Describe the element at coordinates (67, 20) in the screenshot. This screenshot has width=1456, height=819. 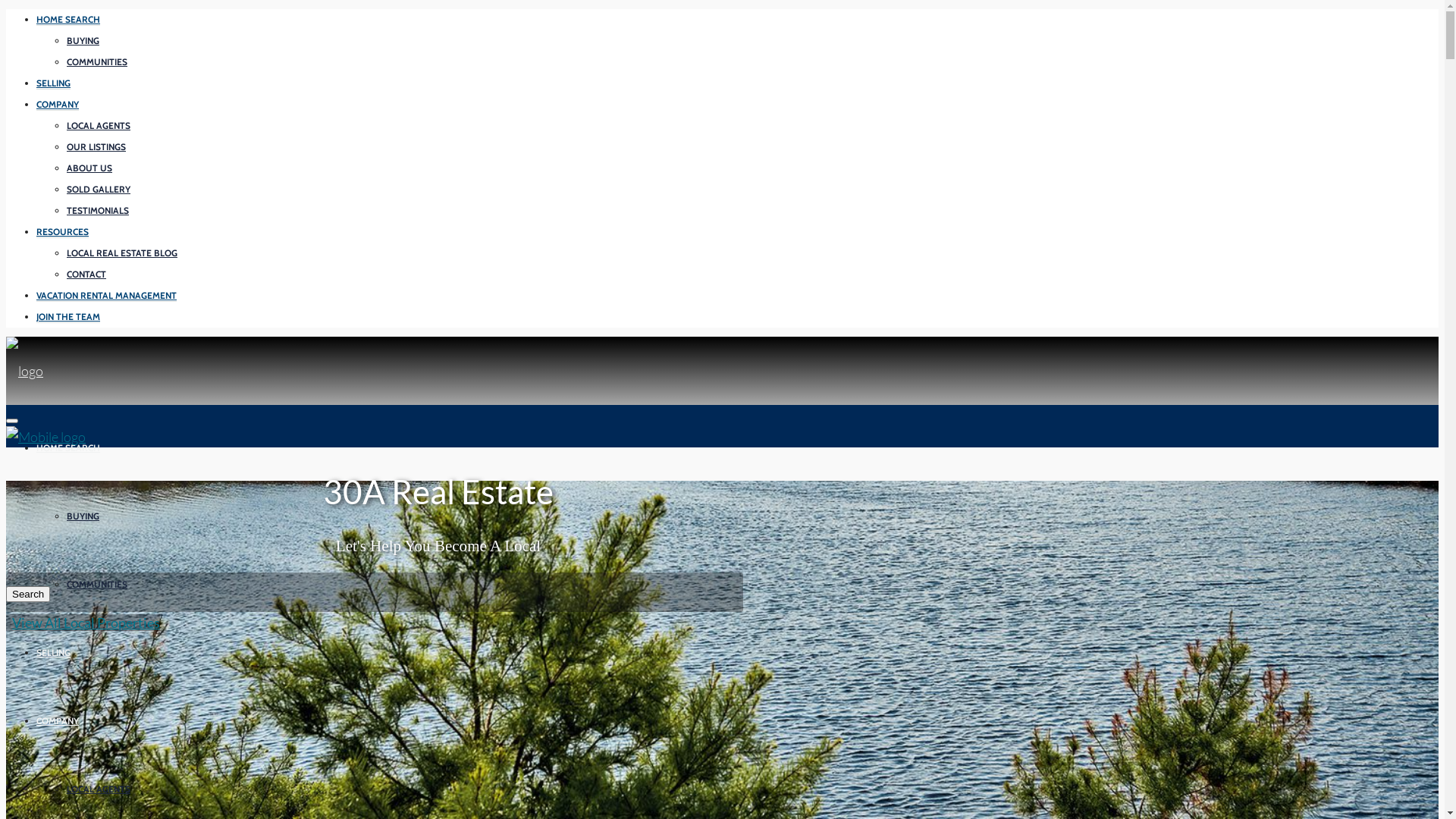
I see `'HOME SEARCH'` at that location.